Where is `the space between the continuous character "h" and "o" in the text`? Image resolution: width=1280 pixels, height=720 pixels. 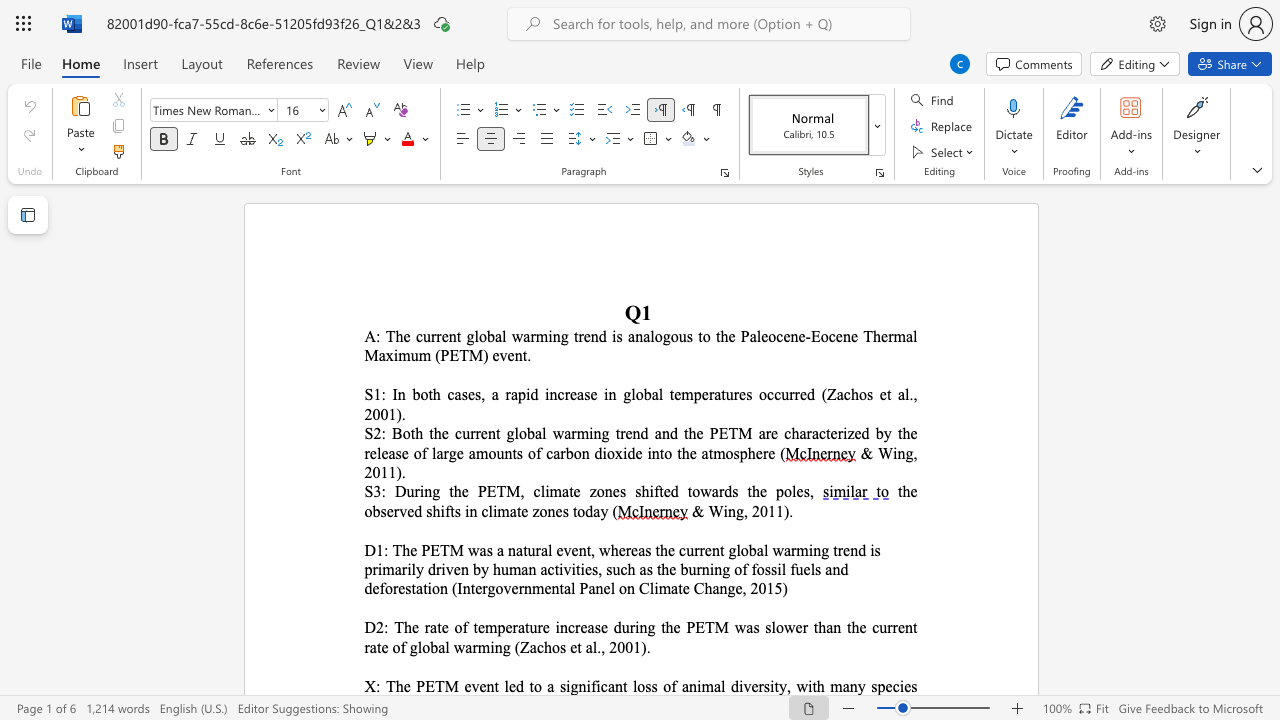 the space between the continuous character "h" and "o" in the text is located at coordinates (858, 394).